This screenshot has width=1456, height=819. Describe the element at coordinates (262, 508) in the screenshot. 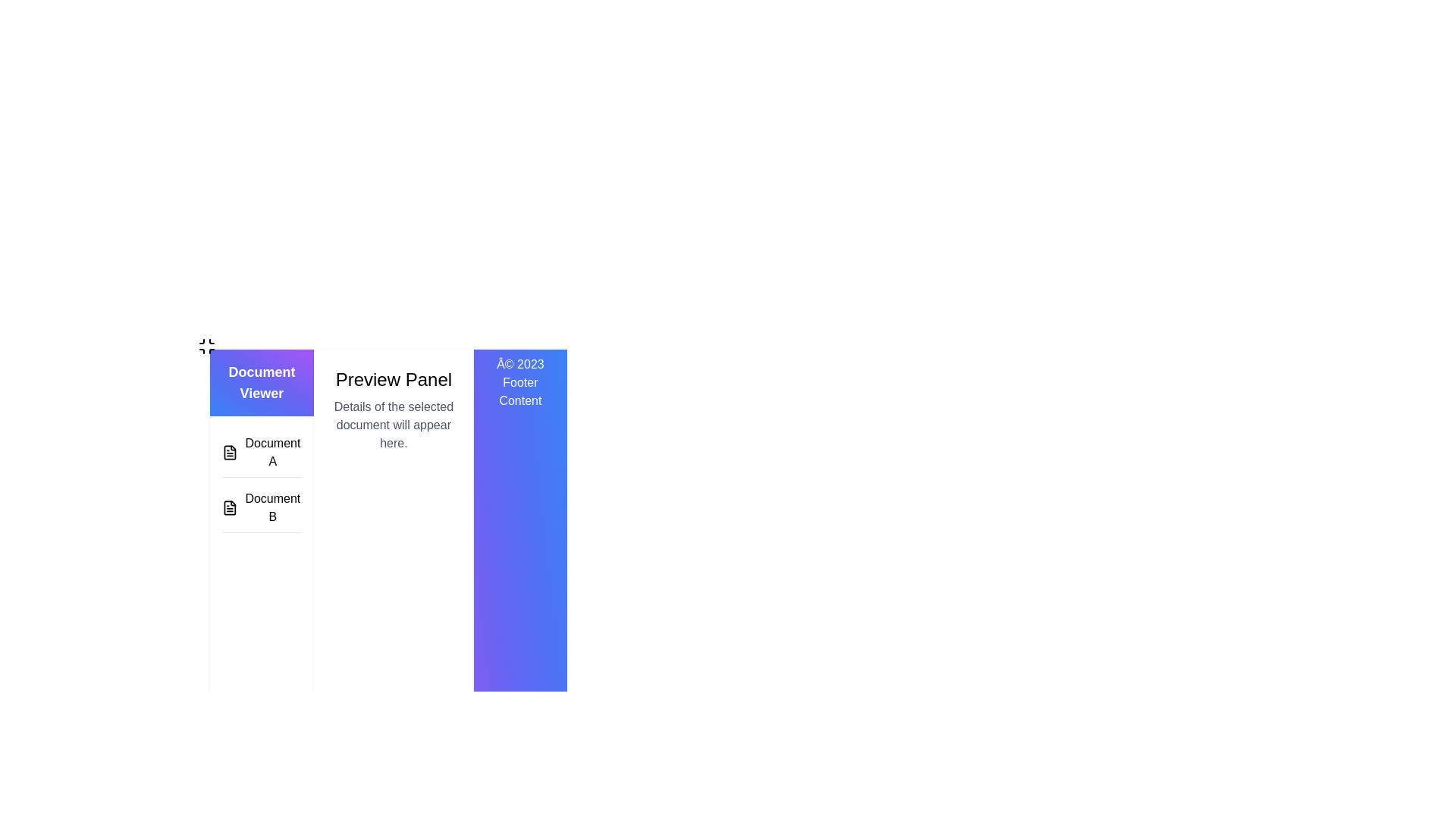

I see `the icon of the second list item labeled 'Document B' in the 'Document Viewer' section` at that location.